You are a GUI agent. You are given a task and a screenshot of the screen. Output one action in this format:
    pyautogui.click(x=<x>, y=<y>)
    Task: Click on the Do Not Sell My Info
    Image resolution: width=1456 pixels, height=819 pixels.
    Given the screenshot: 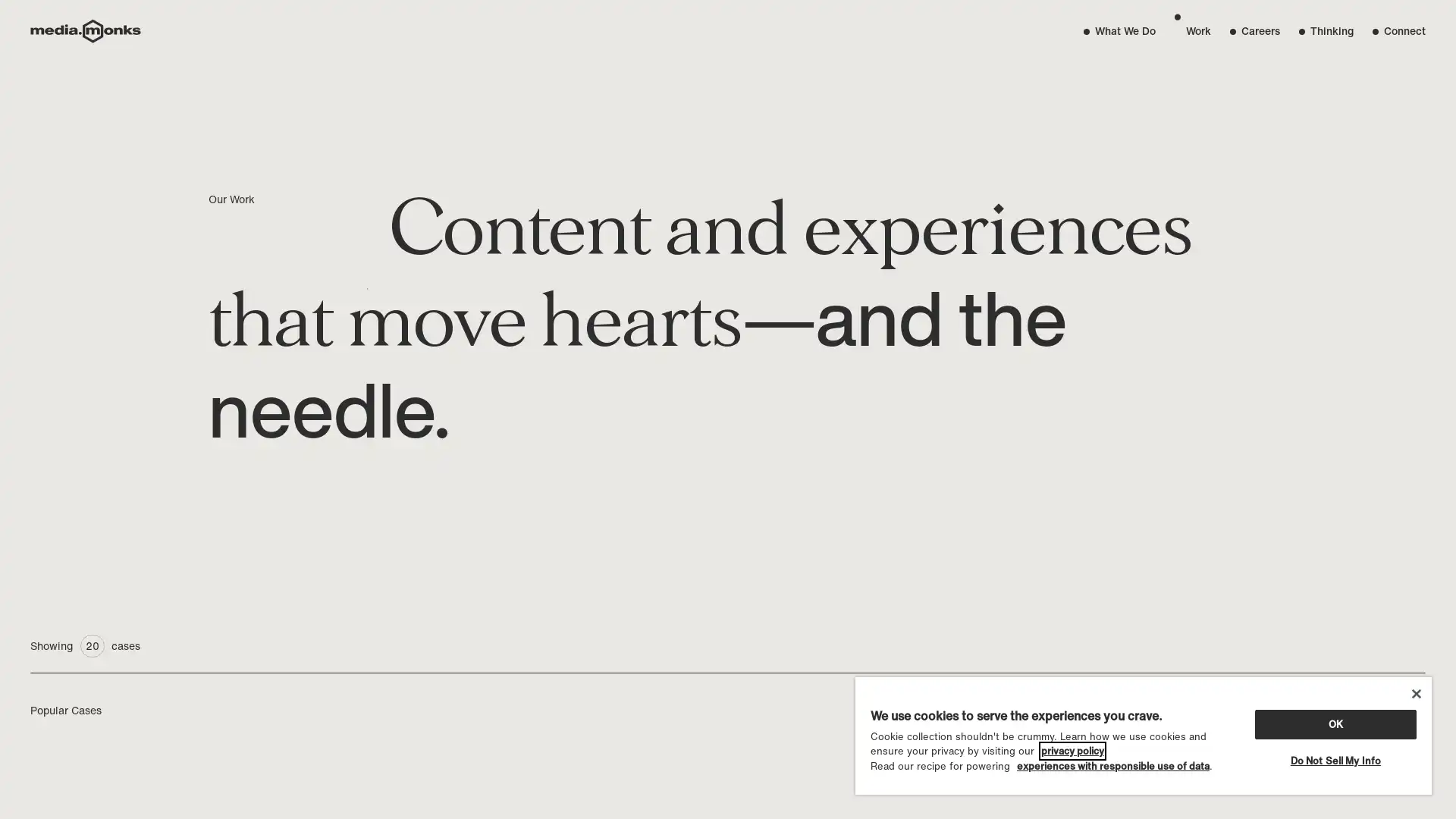 What is the action you would take?
    pyautogui.click(x=1335, y=760)
    